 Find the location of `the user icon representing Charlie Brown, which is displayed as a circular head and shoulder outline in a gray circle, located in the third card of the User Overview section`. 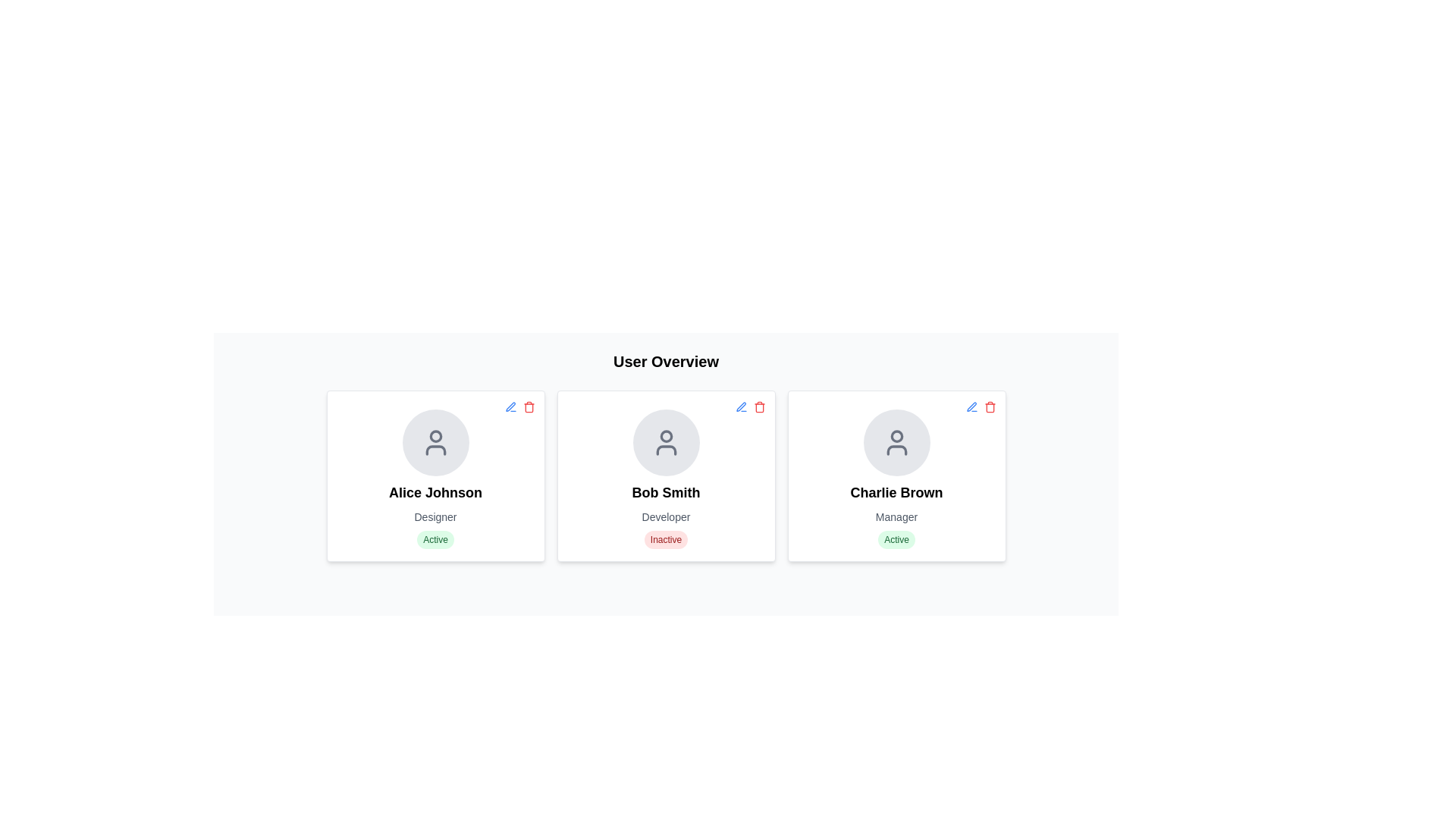

the user icon representing Charlie Brown, which is displayed as a circular head and shoulder outline in a gray circle, located in the third card of the User Overview section is located at coordinates (896, 442).